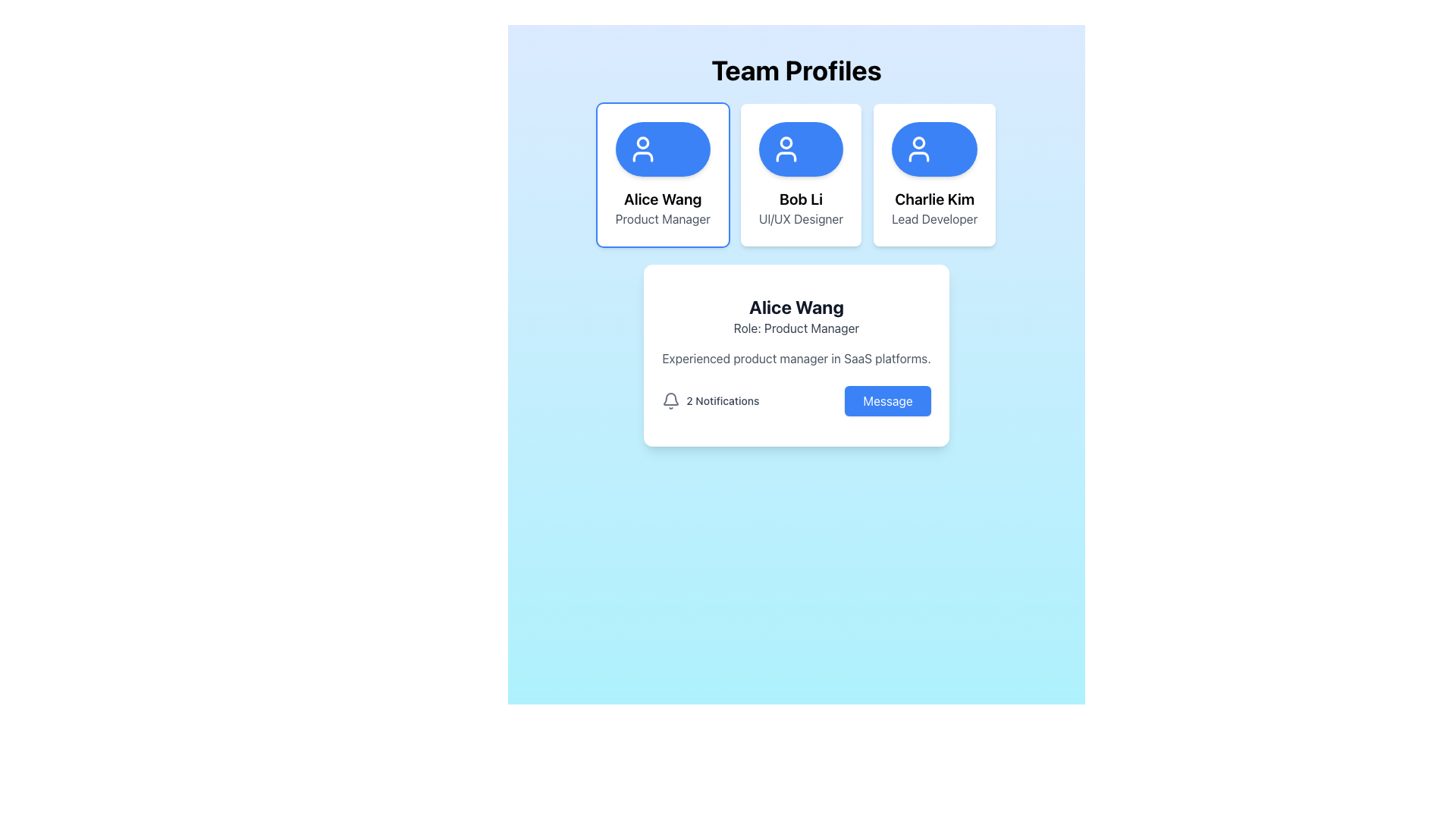 The height and width of the screenshot is (819, 1456). What do you see at coordinates (888, 400) in the screenshot?
I see `the 'Message' button` at bounding box center [888, 400].